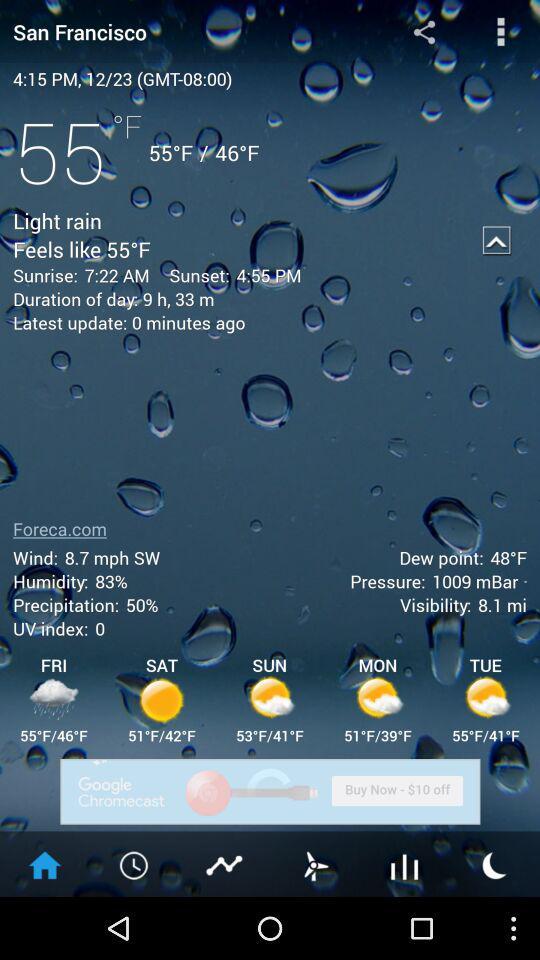 Image resolution: width=540 pixels, height=960 pixels. What do you see at coordinates (44, 925) in the screenshot?
I see `the home icon` at bounding box center [44, 925].